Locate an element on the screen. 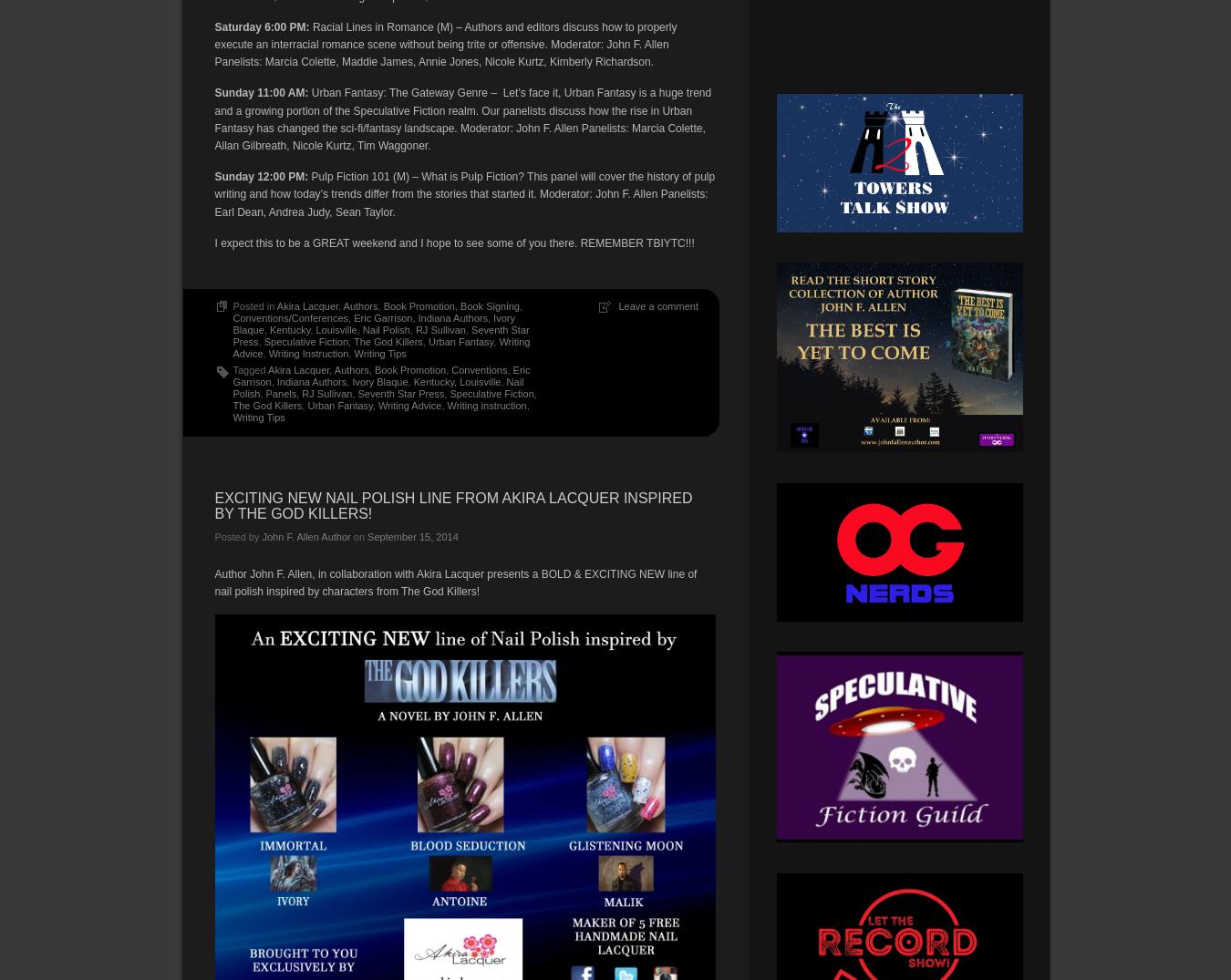  'Leave a comment' is located at coordinates (657, 304).